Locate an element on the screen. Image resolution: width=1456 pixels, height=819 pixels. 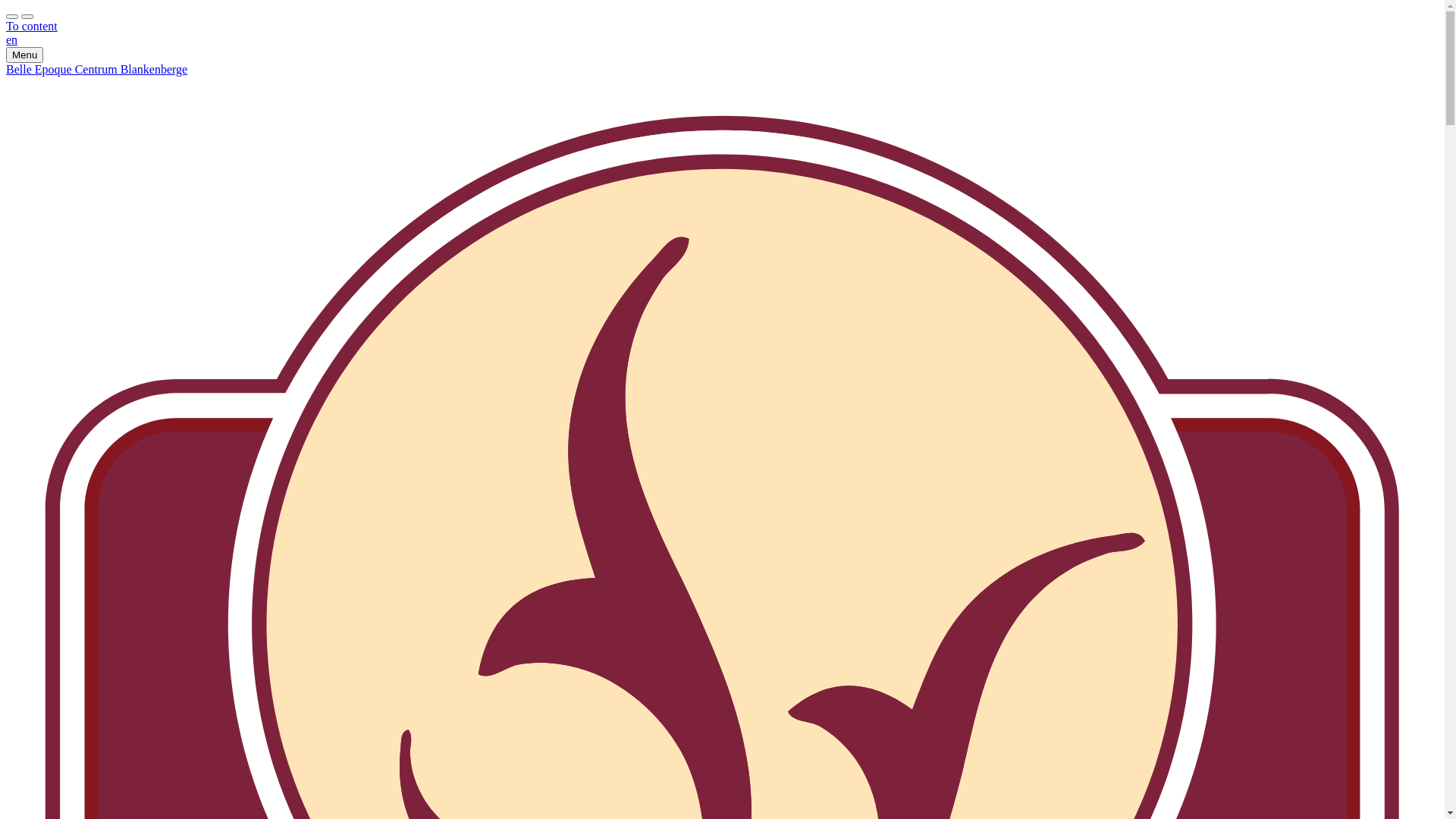
'acceptall' is located at coordinates (6, 17).